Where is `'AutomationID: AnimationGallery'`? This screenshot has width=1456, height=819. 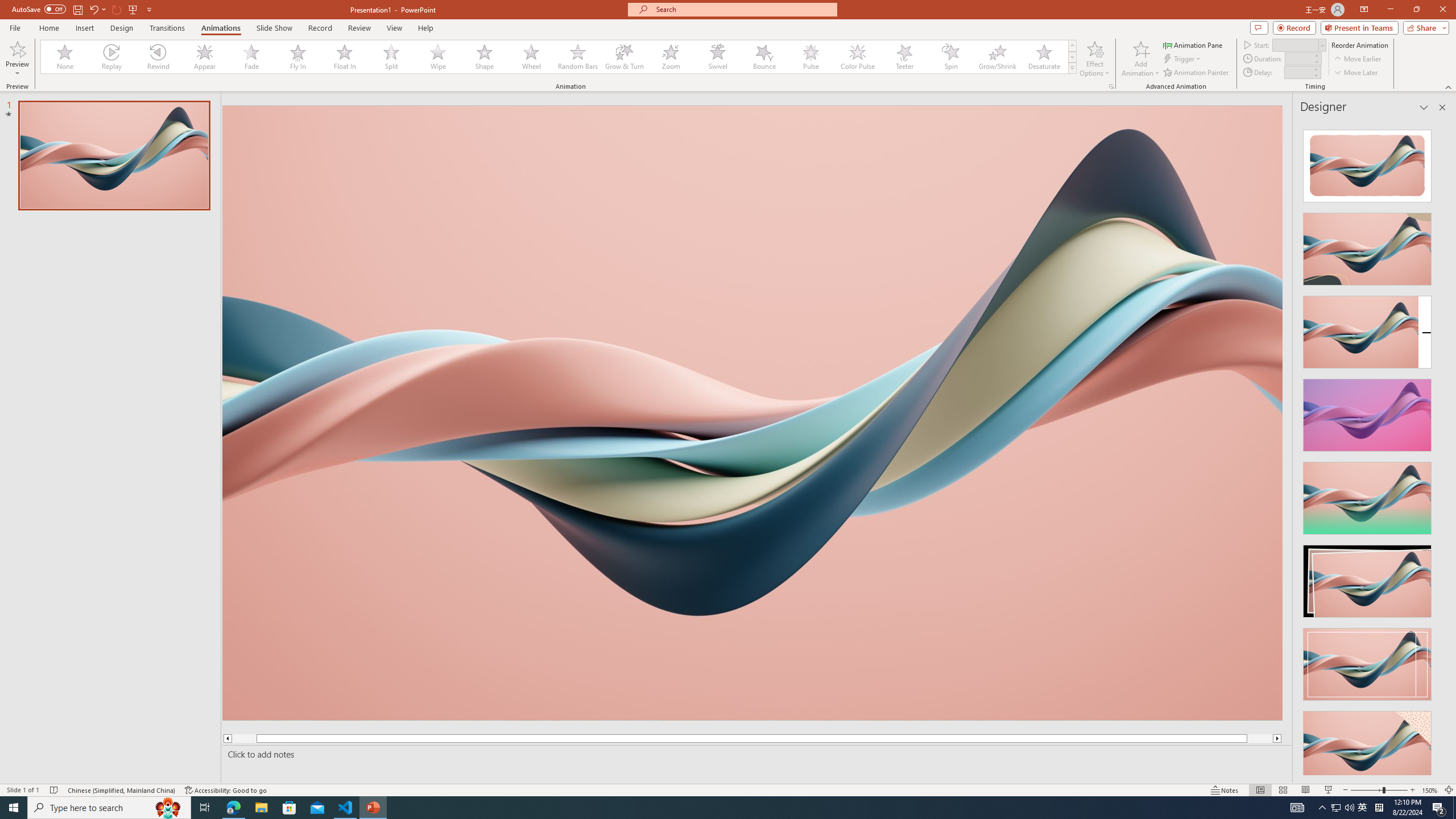 'AutomationID: AnimationGallery' is located at coordinates (559, 56).